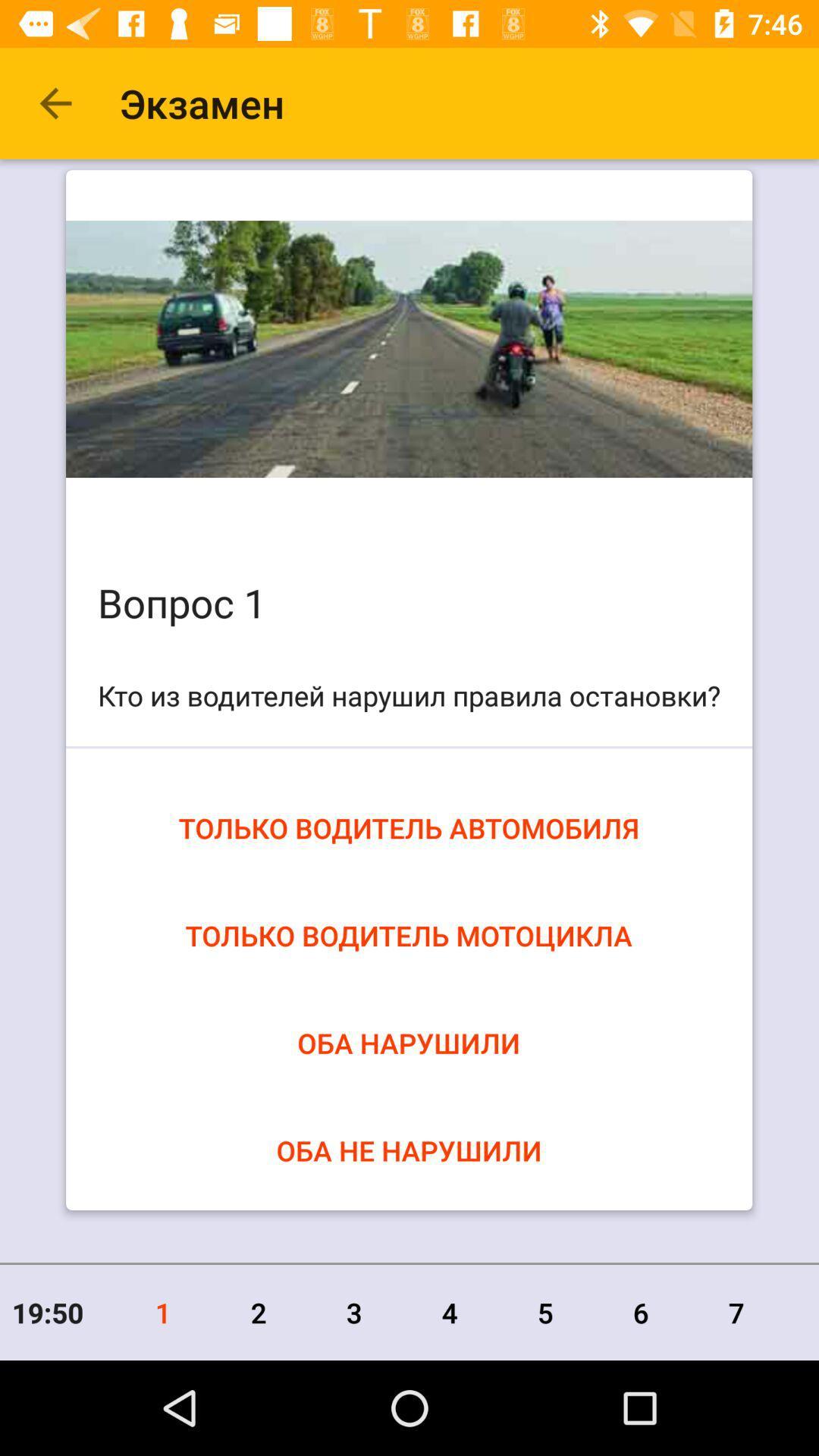 Image resolution: width=819 pixels, height=1456 pixels. I want to click on 3 icon, so click(354, 1312).